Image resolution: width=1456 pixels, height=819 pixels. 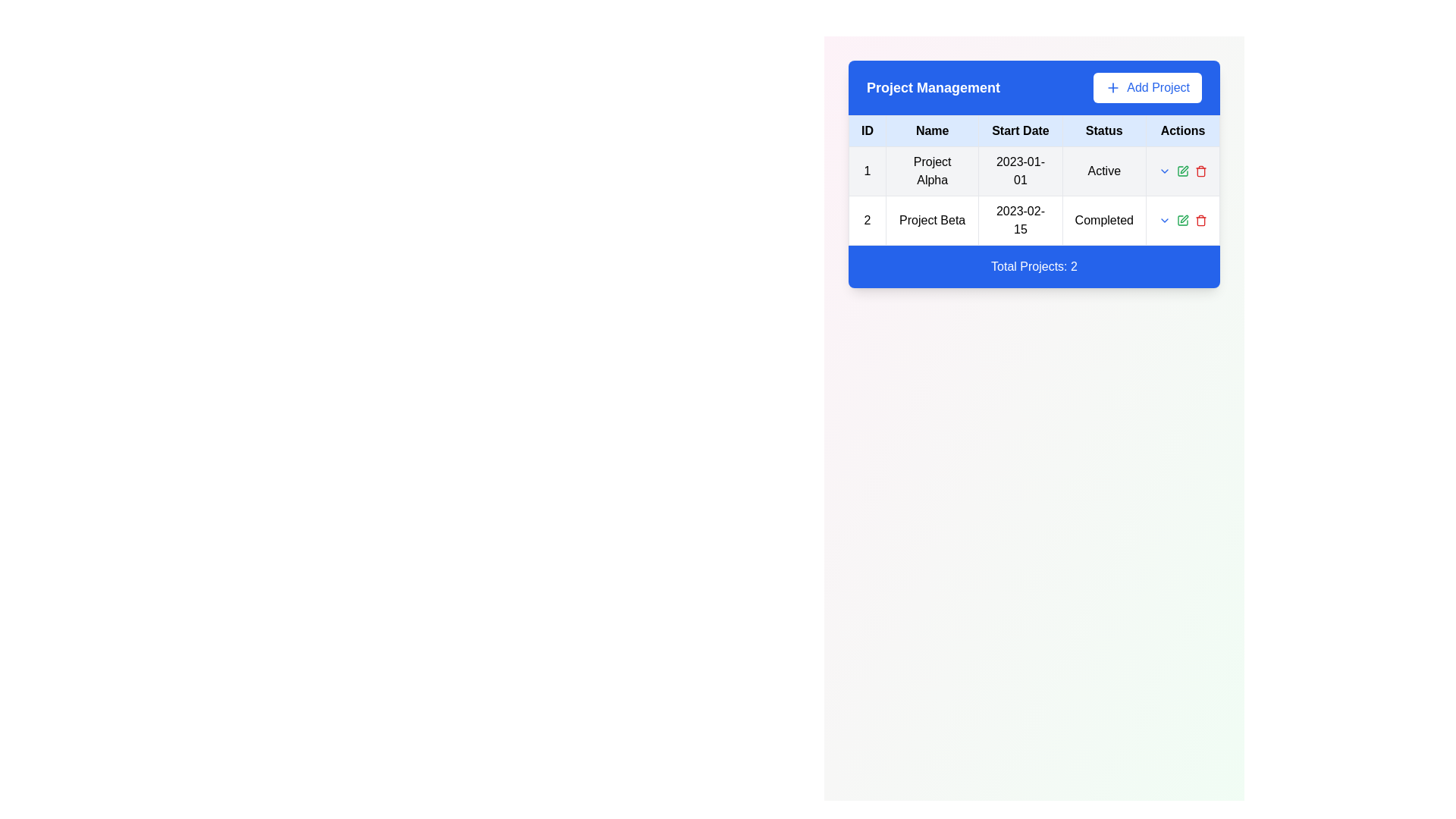 I want to click on the bolded text label reading 'Project Management' located in the header bar with a blue background, so click(x=933, y=87).